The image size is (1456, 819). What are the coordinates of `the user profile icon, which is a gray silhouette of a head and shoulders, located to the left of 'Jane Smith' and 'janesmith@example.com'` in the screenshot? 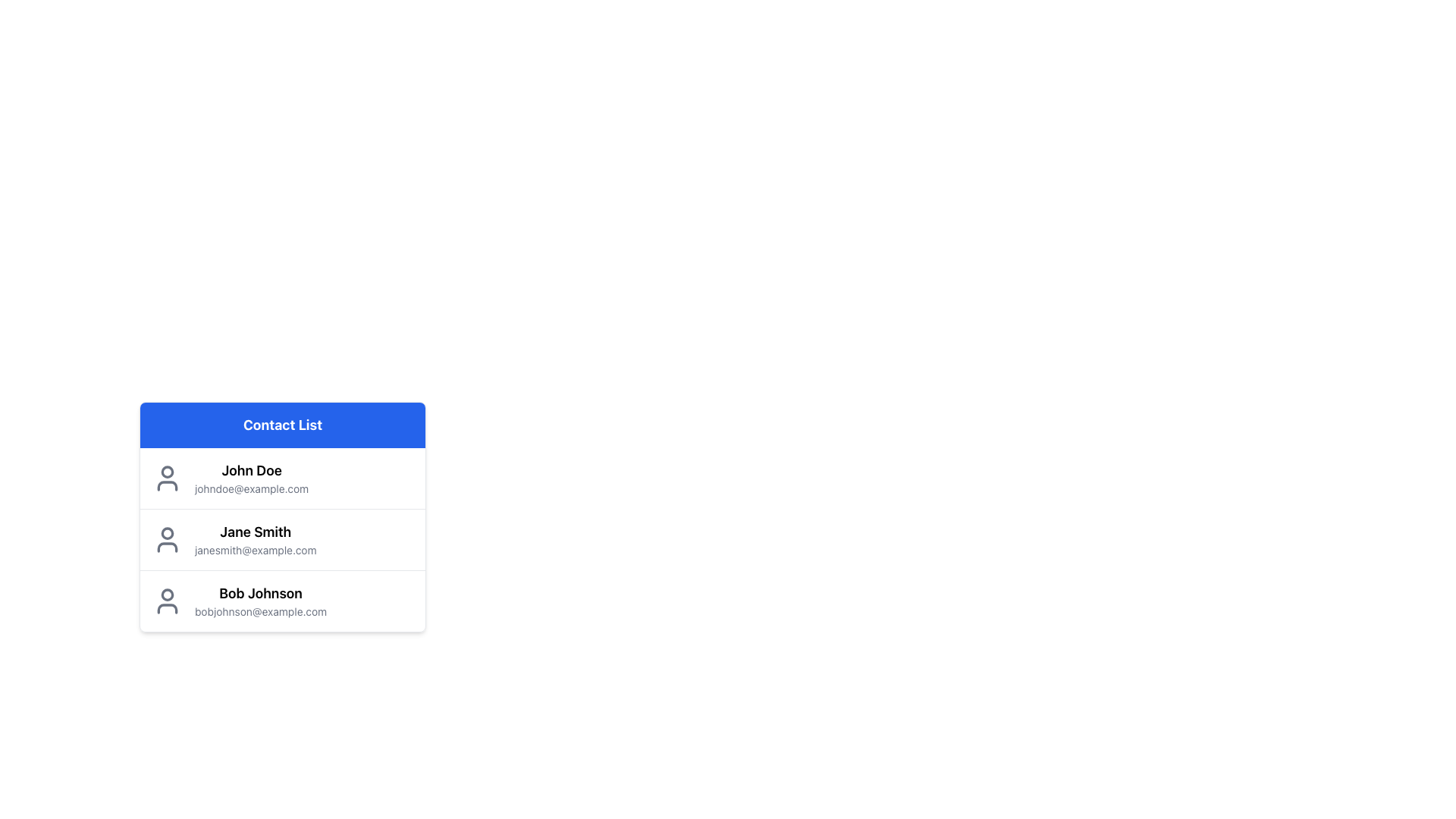 It's located at (167, 539).